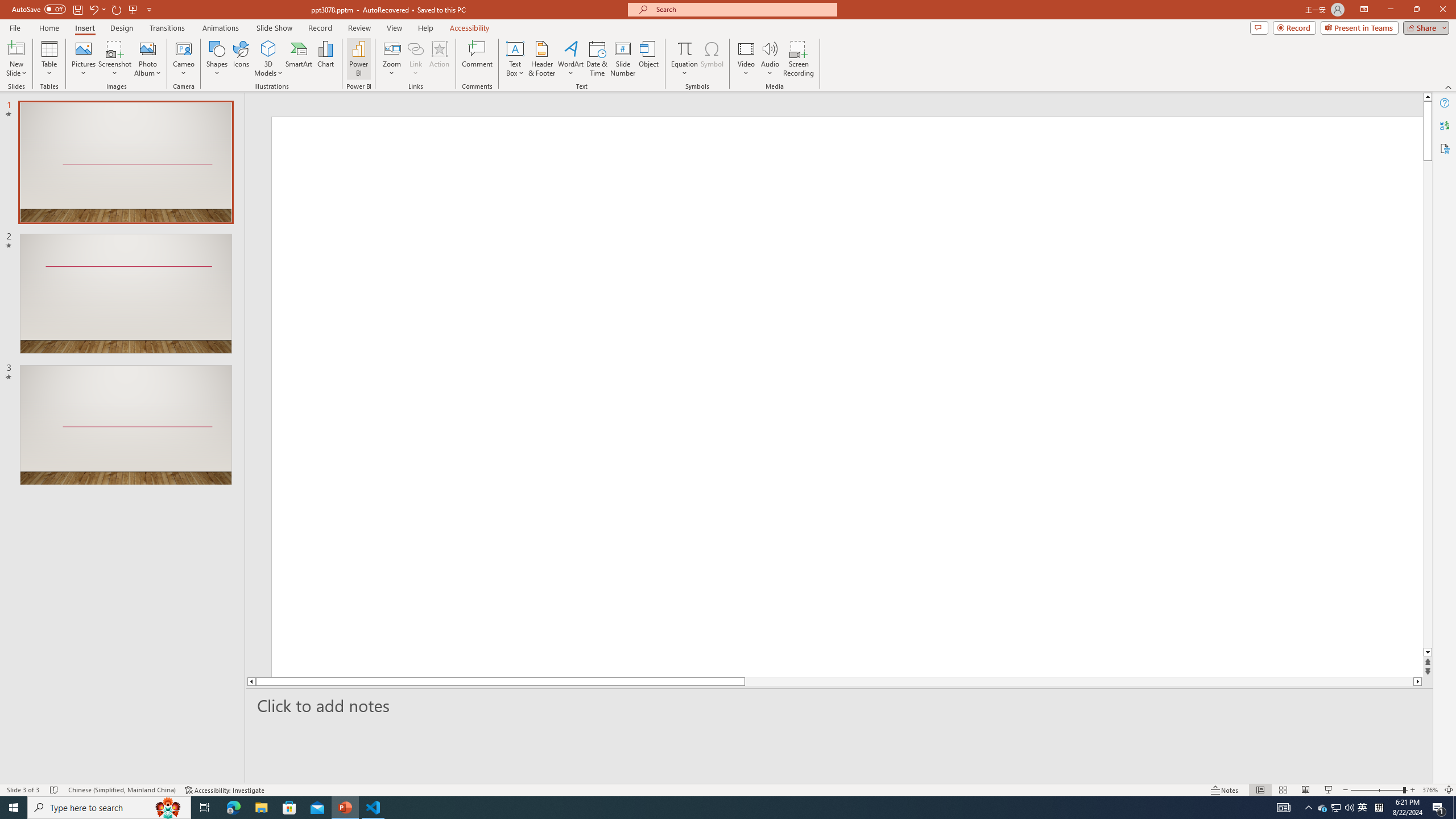  I want to click on '3D Models', so click(268, 59).